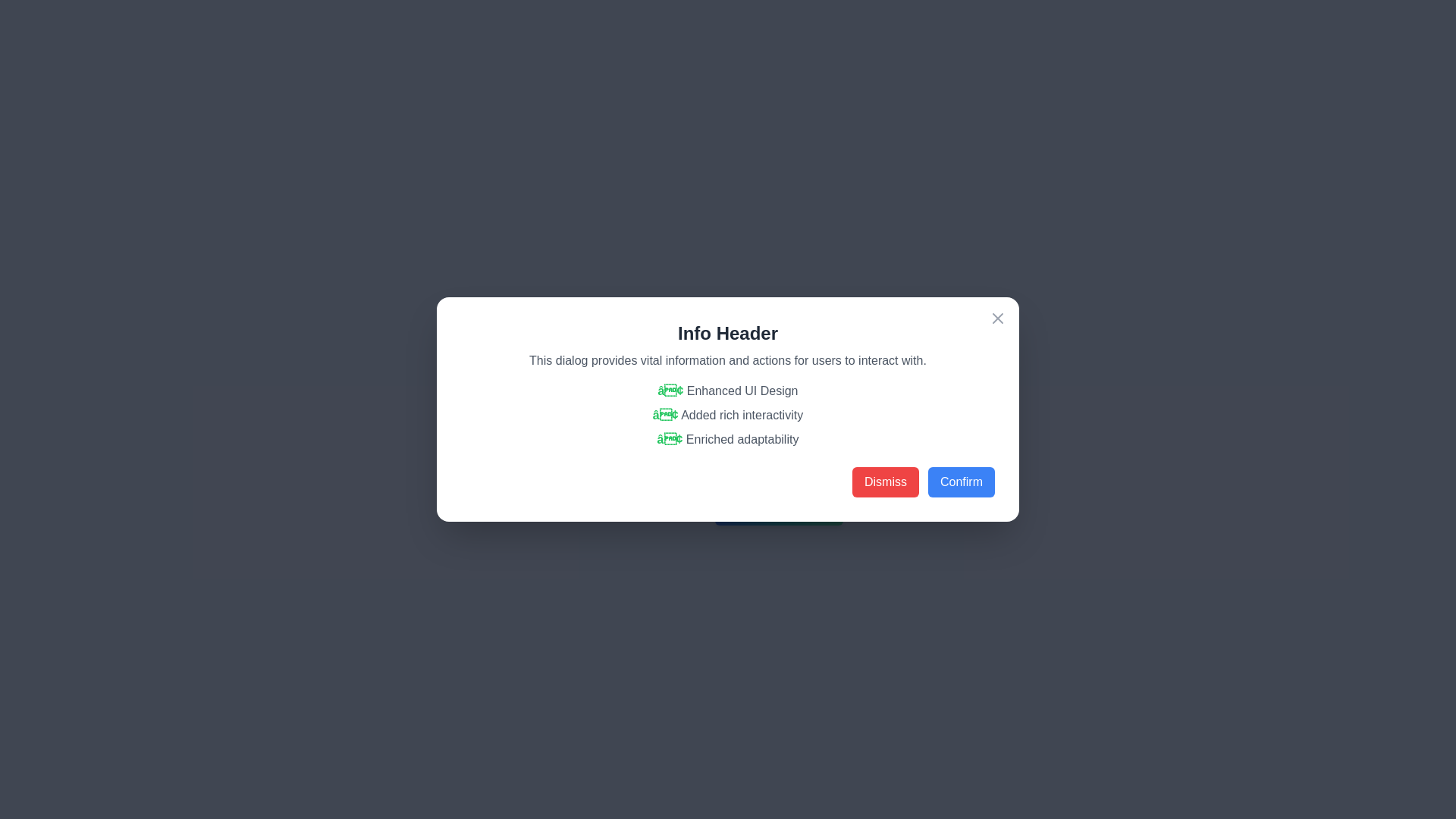 Image resolution: width=1456 pixels, height=819 pixels. What do you see at coordinates (997, 318) in the screenshot?
I see `the close button located in the top-right corner of the 'Info Header' dialog box to change its color` at bounding box center [997, 318].